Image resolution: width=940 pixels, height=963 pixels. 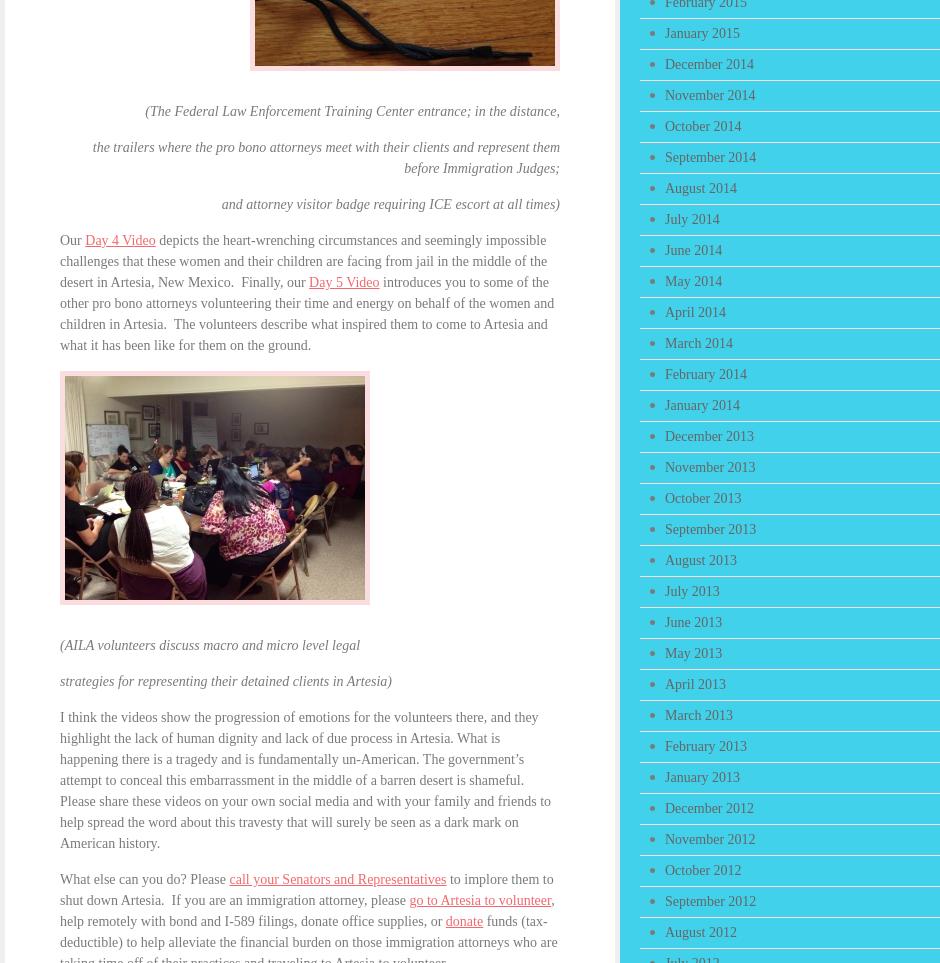 I want to click on 'depicts the heart-wrenching circumstances and seemingly impossible challenges that these women and their children are facing from jail in the middle of the desert in Artesia, New Mexico.  Finally, our', so click(x=302, y=261).